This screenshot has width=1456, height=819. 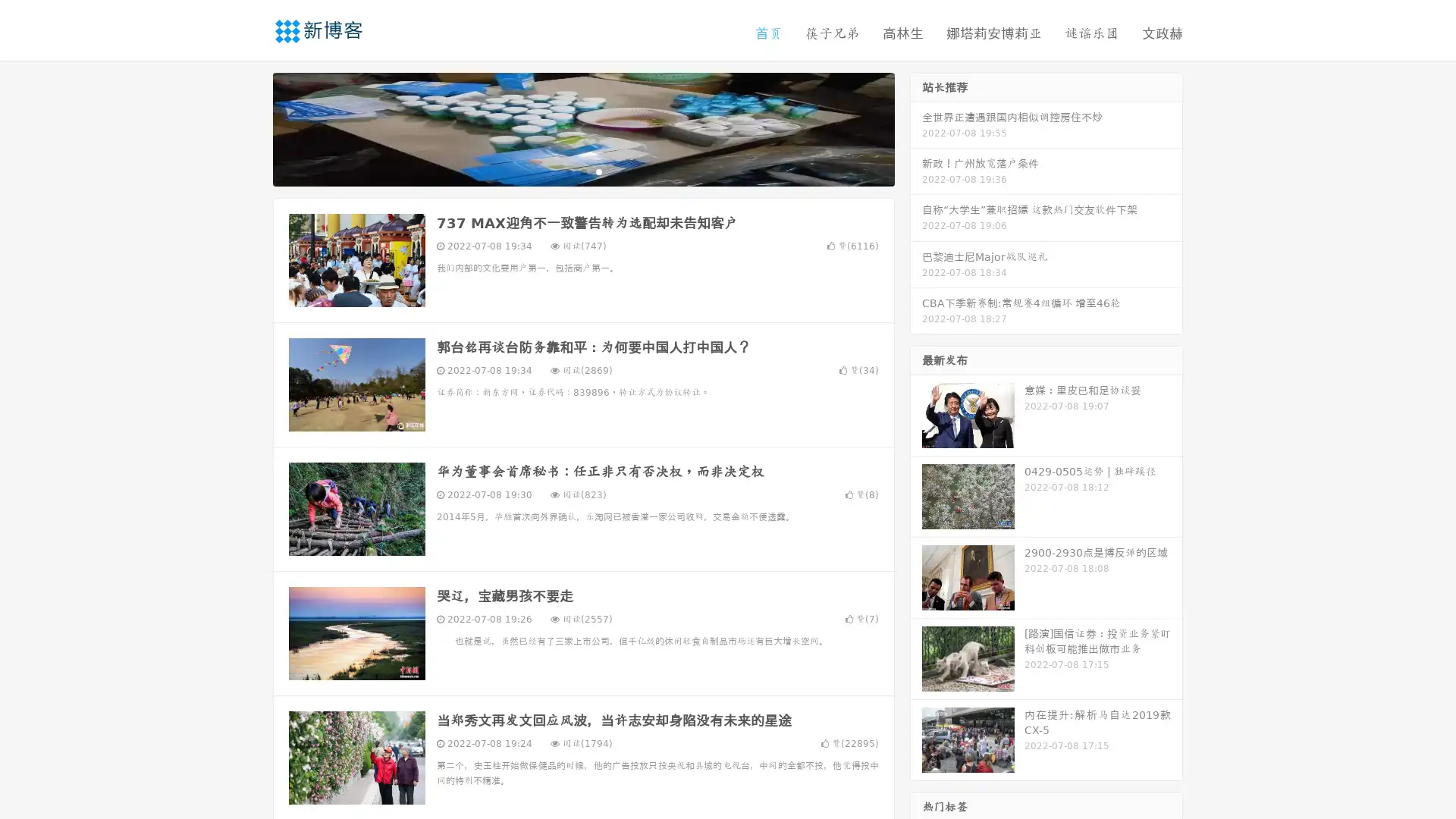 What do you see at coordinates (250, 127) in the screenshot?
I see `Previous slide` at bounding box center [250, 127].